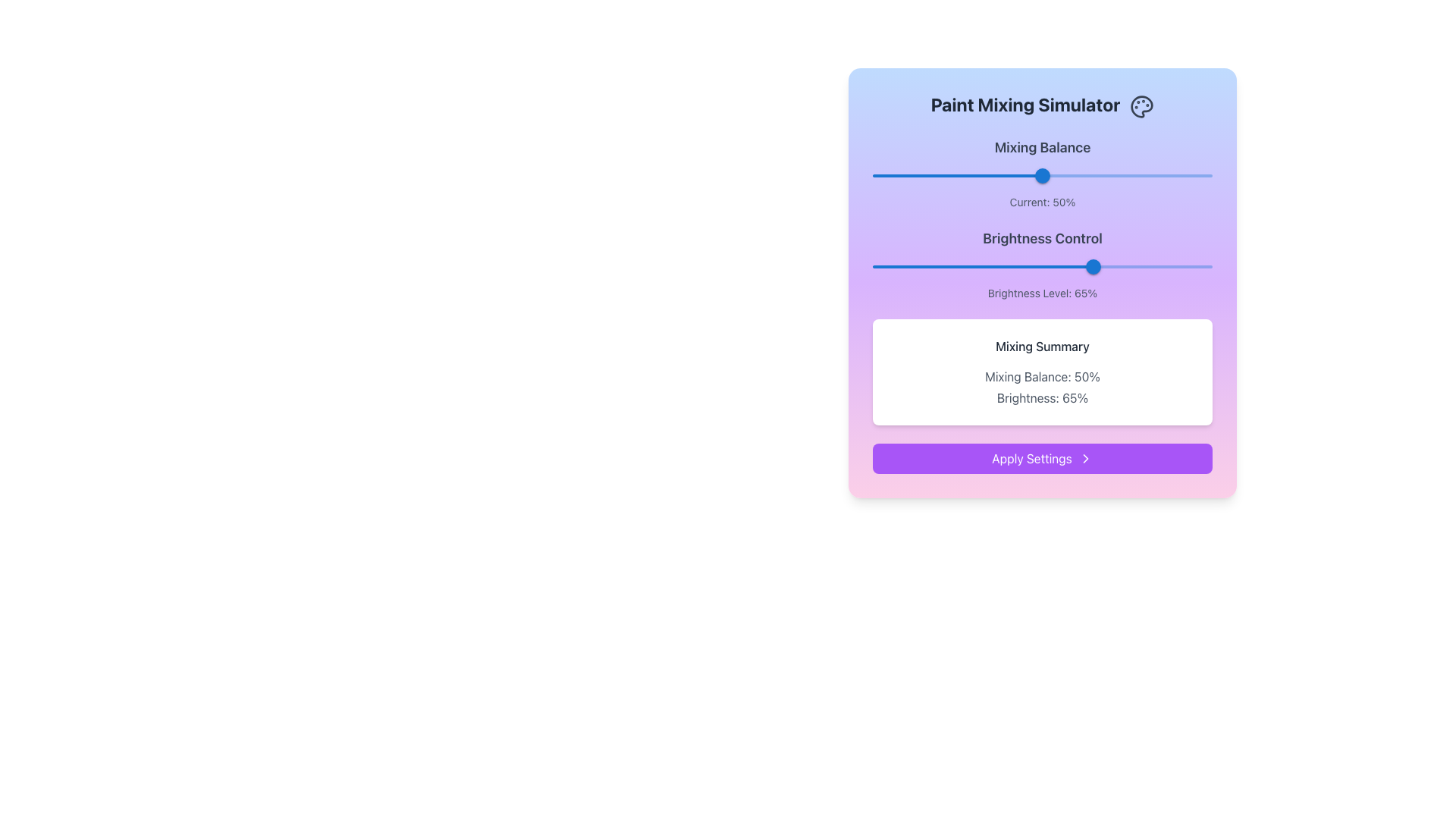 This screenshot has height=819, width=1456. I want to click on the mixing balance, so click(943, 174).